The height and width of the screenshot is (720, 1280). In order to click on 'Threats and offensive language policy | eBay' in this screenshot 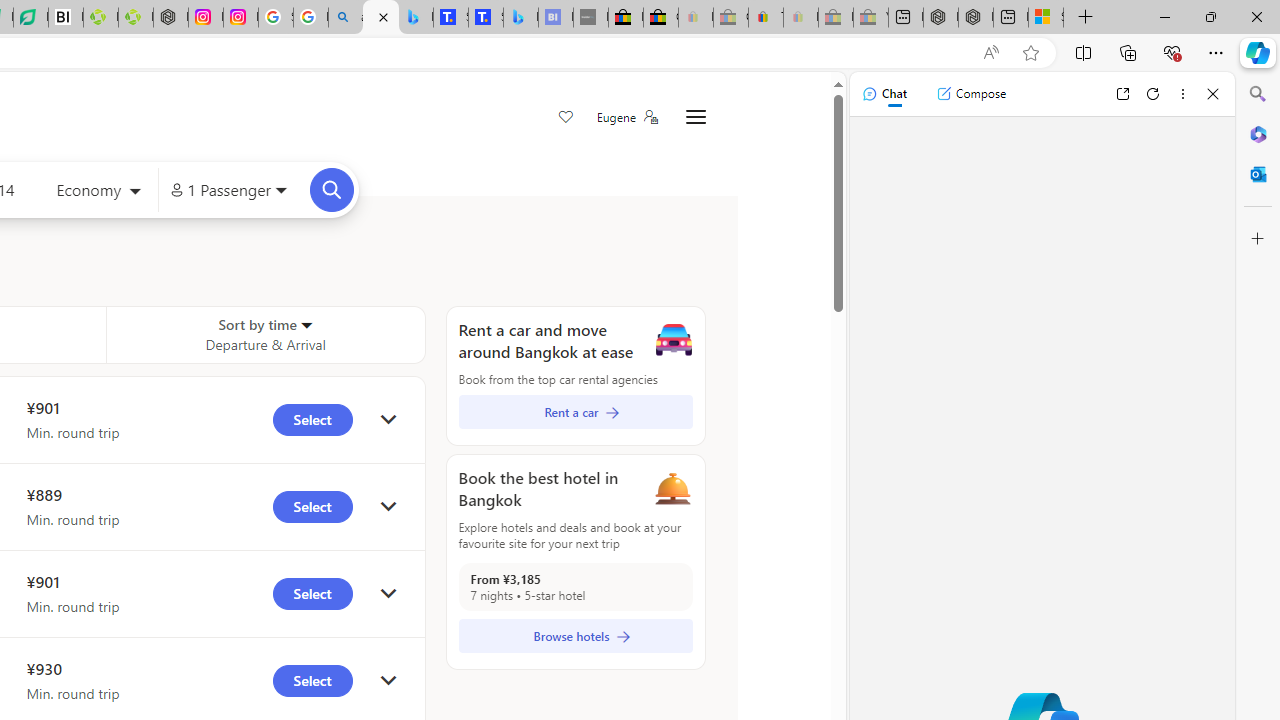, I will do `click(765, 17)`.